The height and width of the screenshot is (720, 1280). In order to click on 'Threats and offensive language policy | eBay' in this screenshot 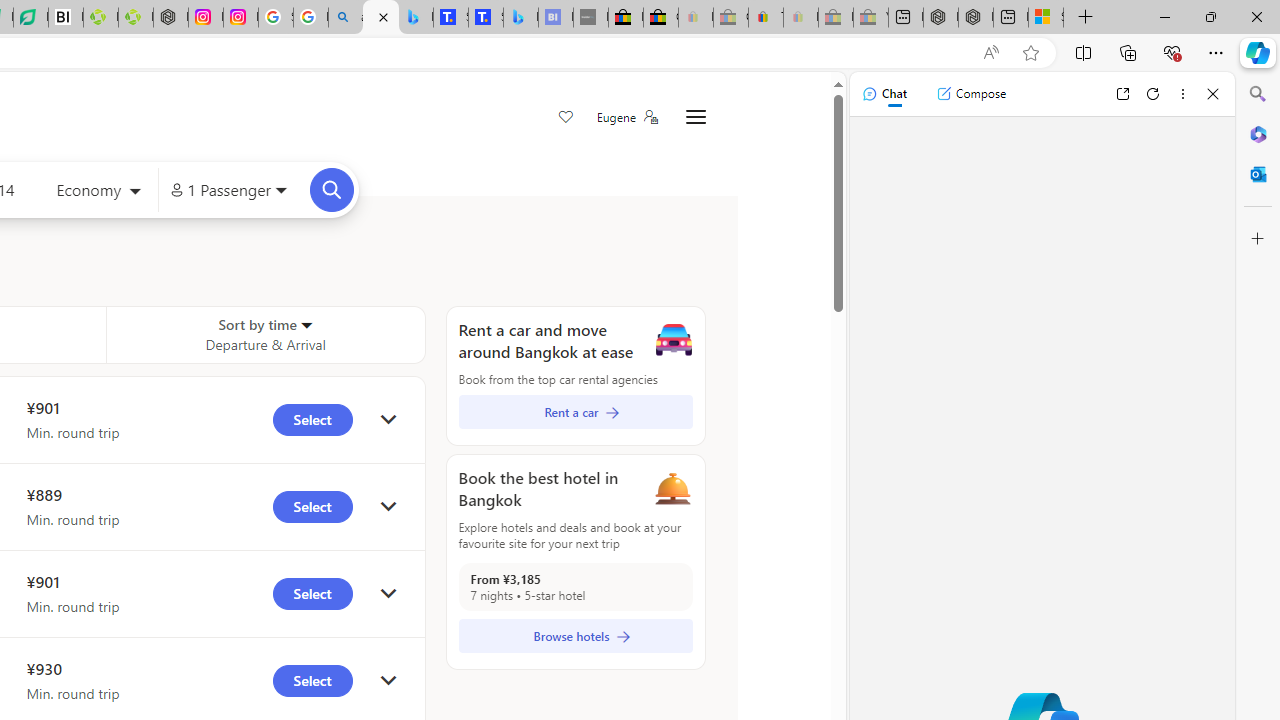, I will do `click(765, 17)`.